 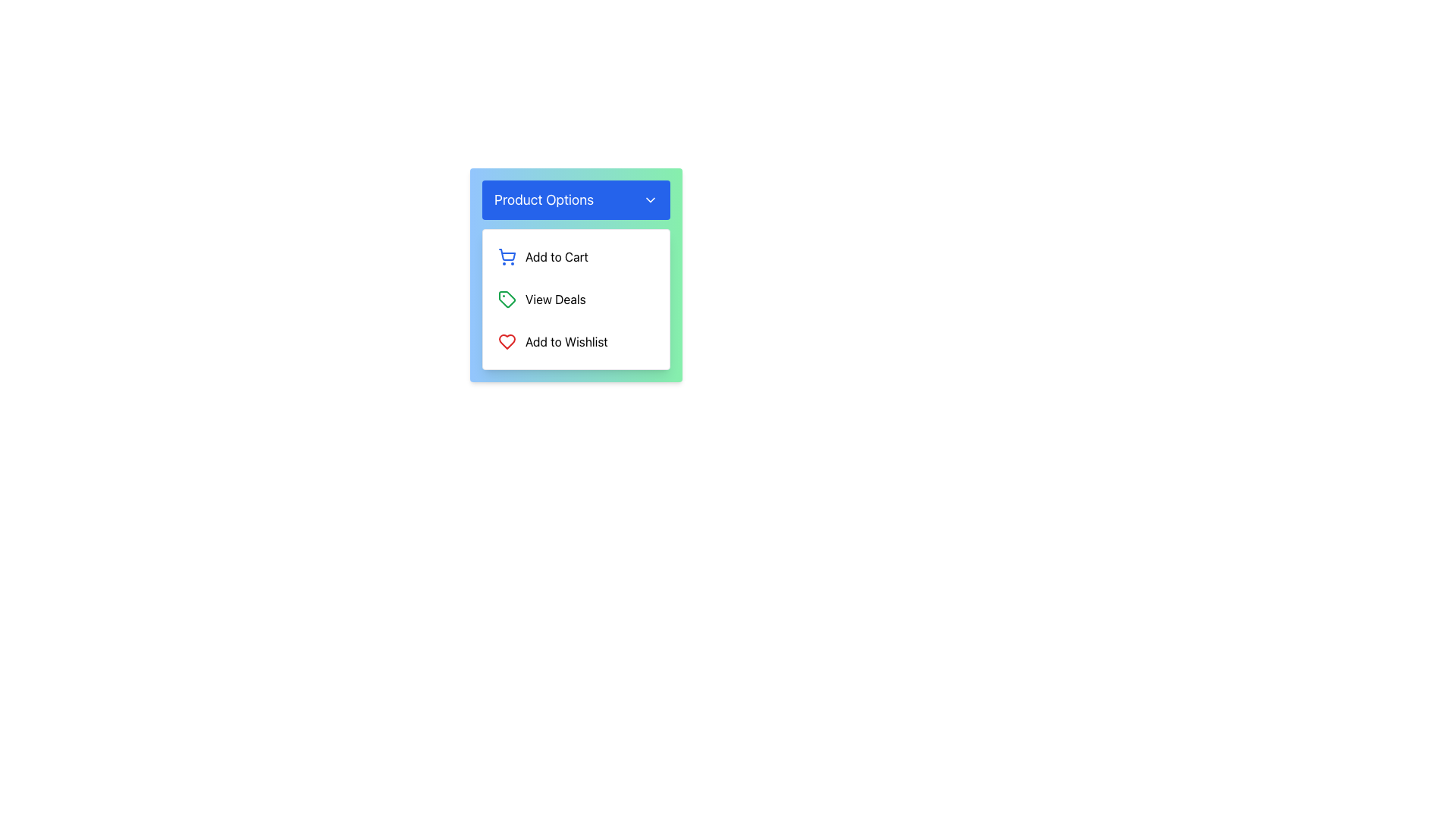 What do you see at coordinates (507, 256) in the screenshot?
I see `the 'Add to Cart' icon located in the first row of the 'Product Options' dropdown menu, positioned to the left of the text label` at bounding box center [507, 256].